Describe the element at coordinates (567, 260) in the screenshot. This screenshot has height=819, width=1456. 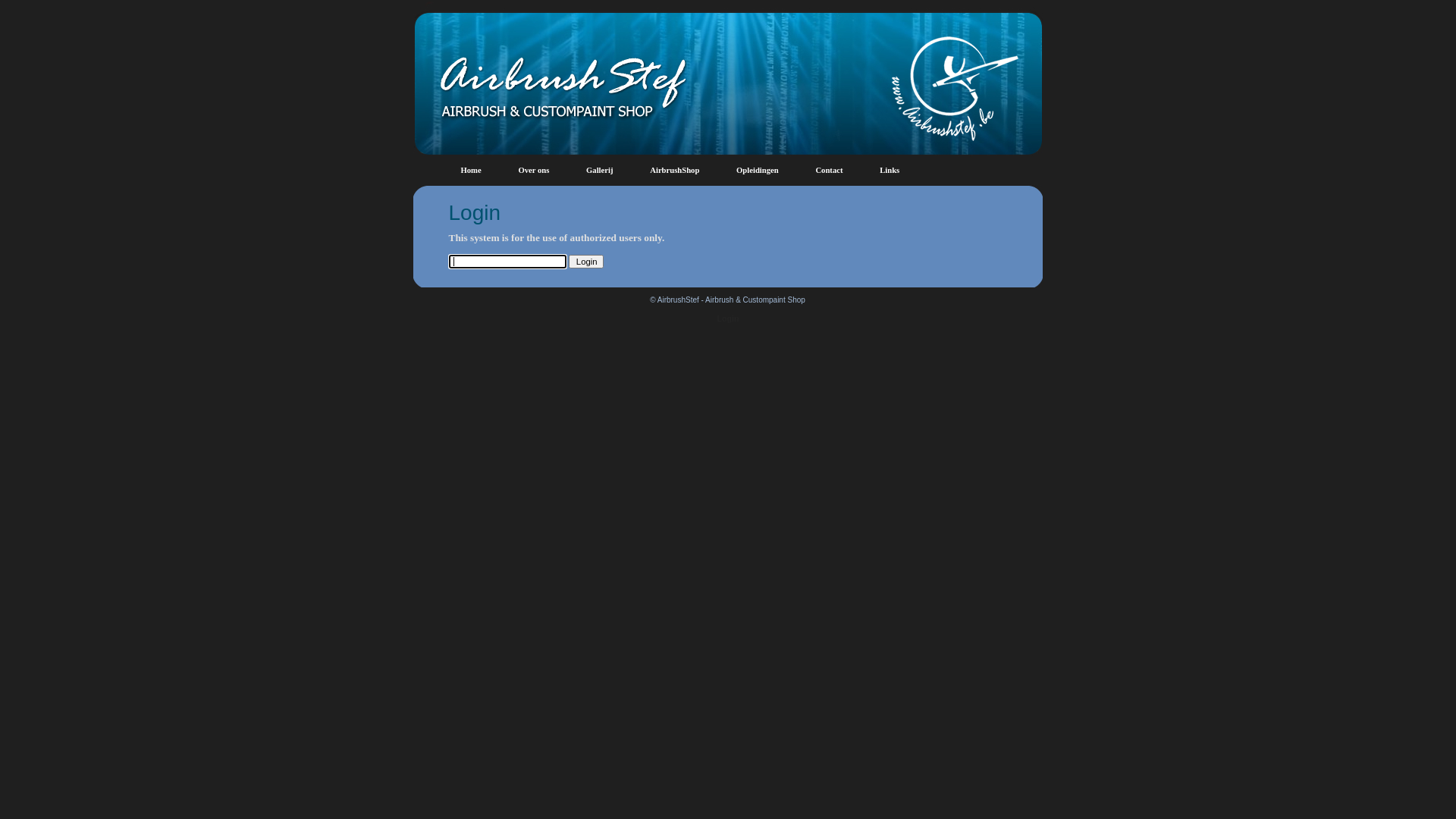
I see `'Login'` at that location.